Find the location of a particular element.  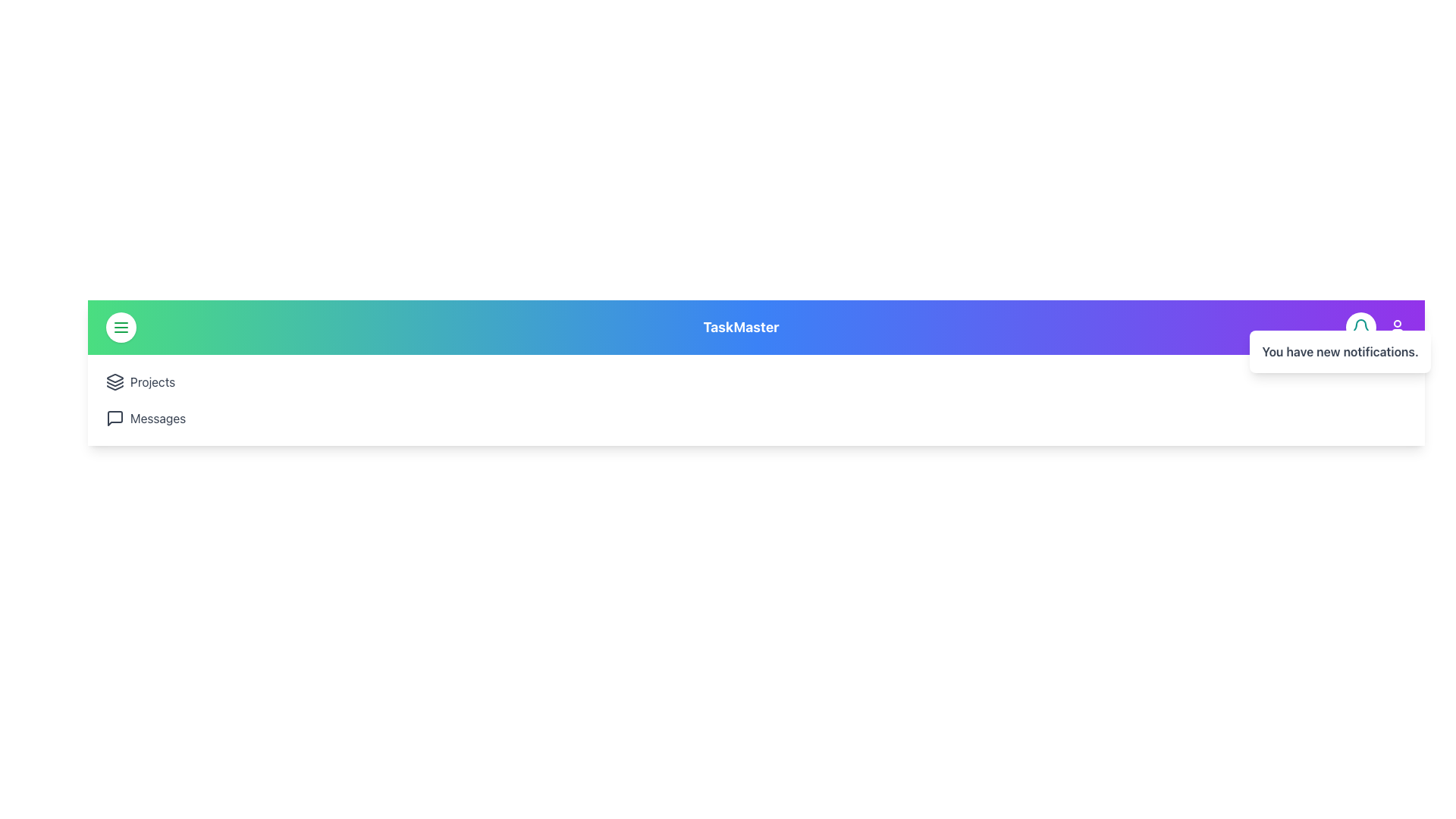

the teal bell SVG icon within the circular button is located at coordinates (1361, 327).